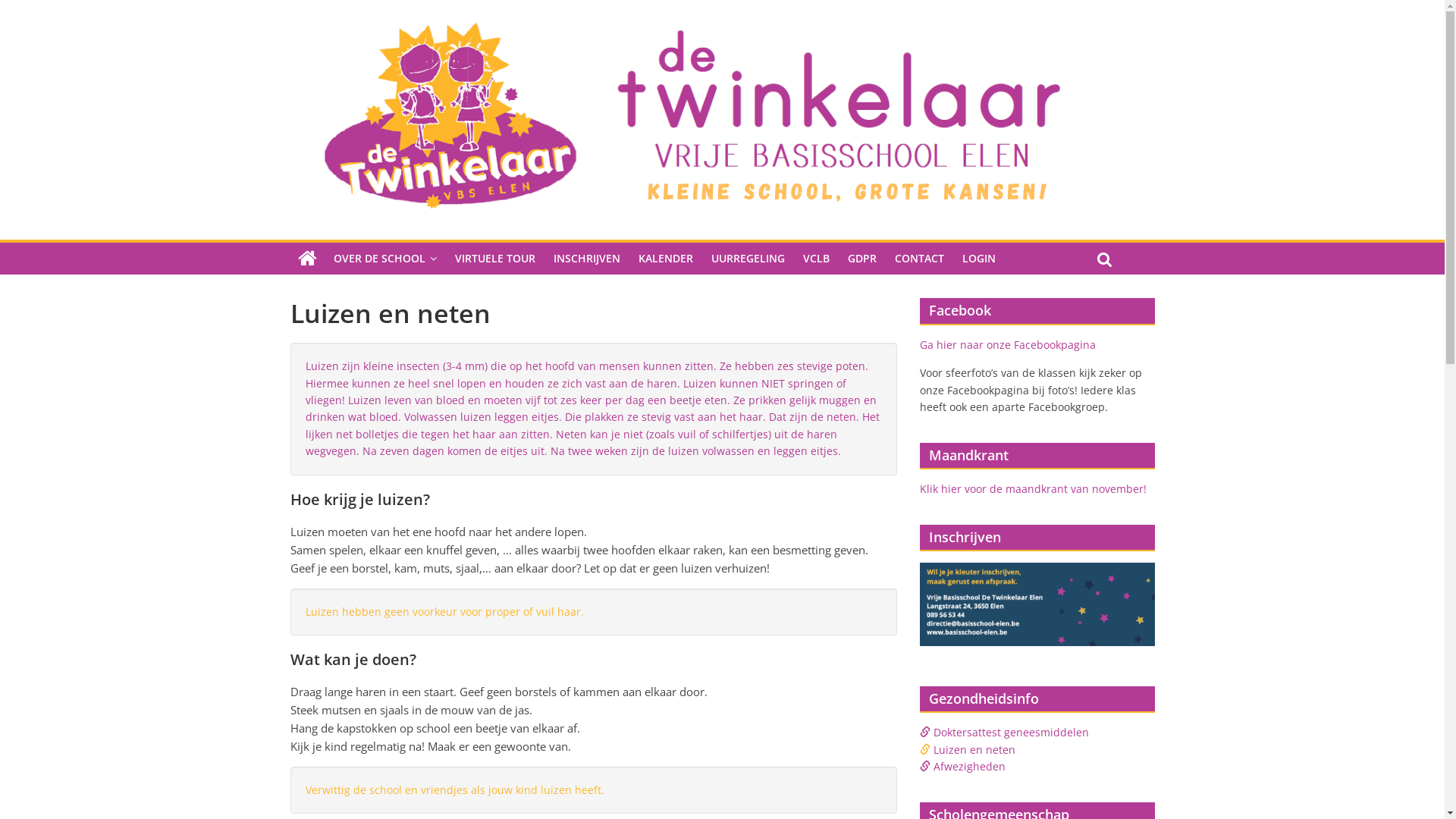 The image size is (1456, 819). Describe the element at coordinates (931, 731) in the screenshot. I see `'Doktersattest geneesmiddelen'` at that location.